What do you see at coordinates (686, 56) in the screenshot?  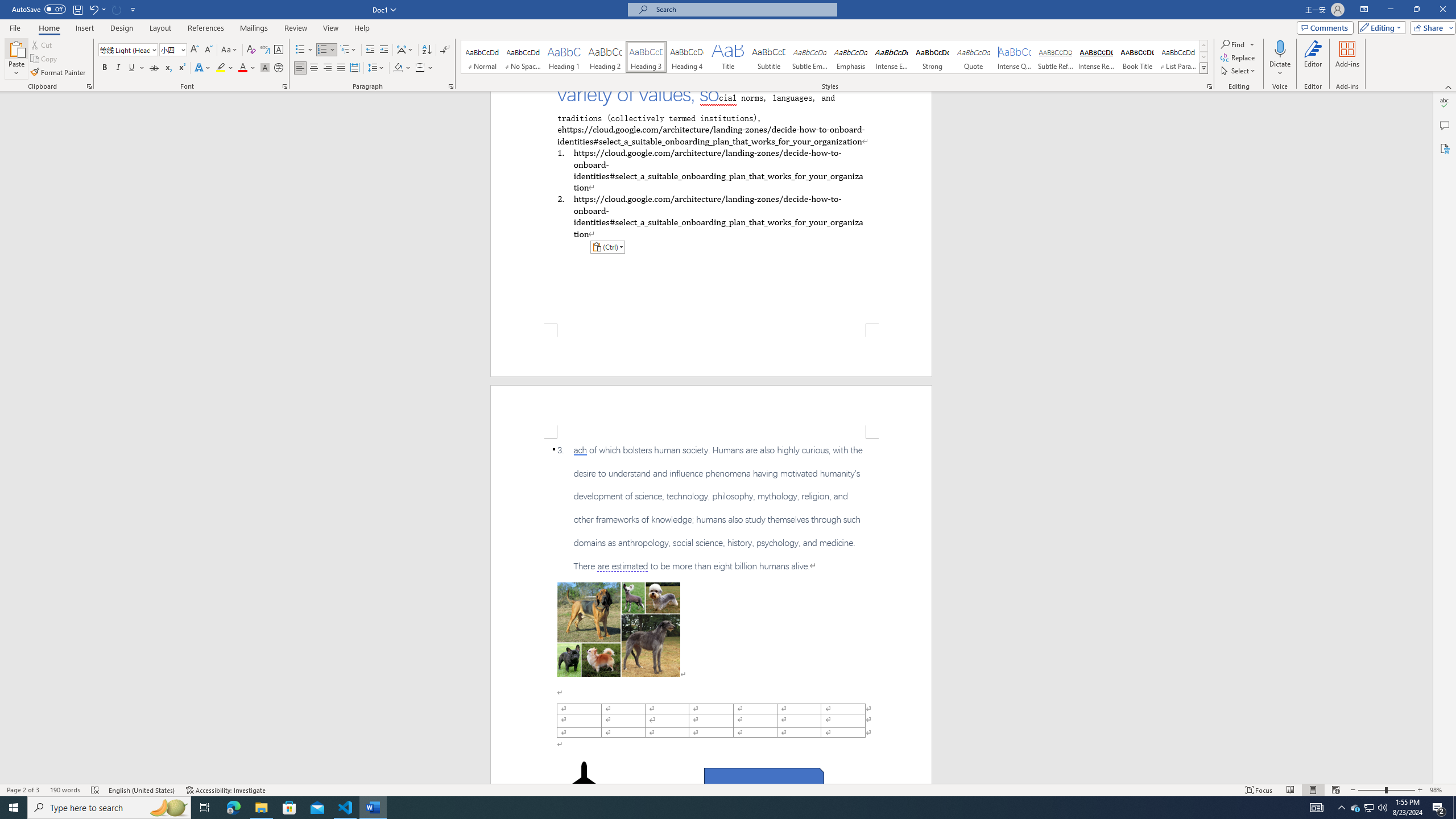 I see `'Heading 4'` at bounding box center [686, 56].